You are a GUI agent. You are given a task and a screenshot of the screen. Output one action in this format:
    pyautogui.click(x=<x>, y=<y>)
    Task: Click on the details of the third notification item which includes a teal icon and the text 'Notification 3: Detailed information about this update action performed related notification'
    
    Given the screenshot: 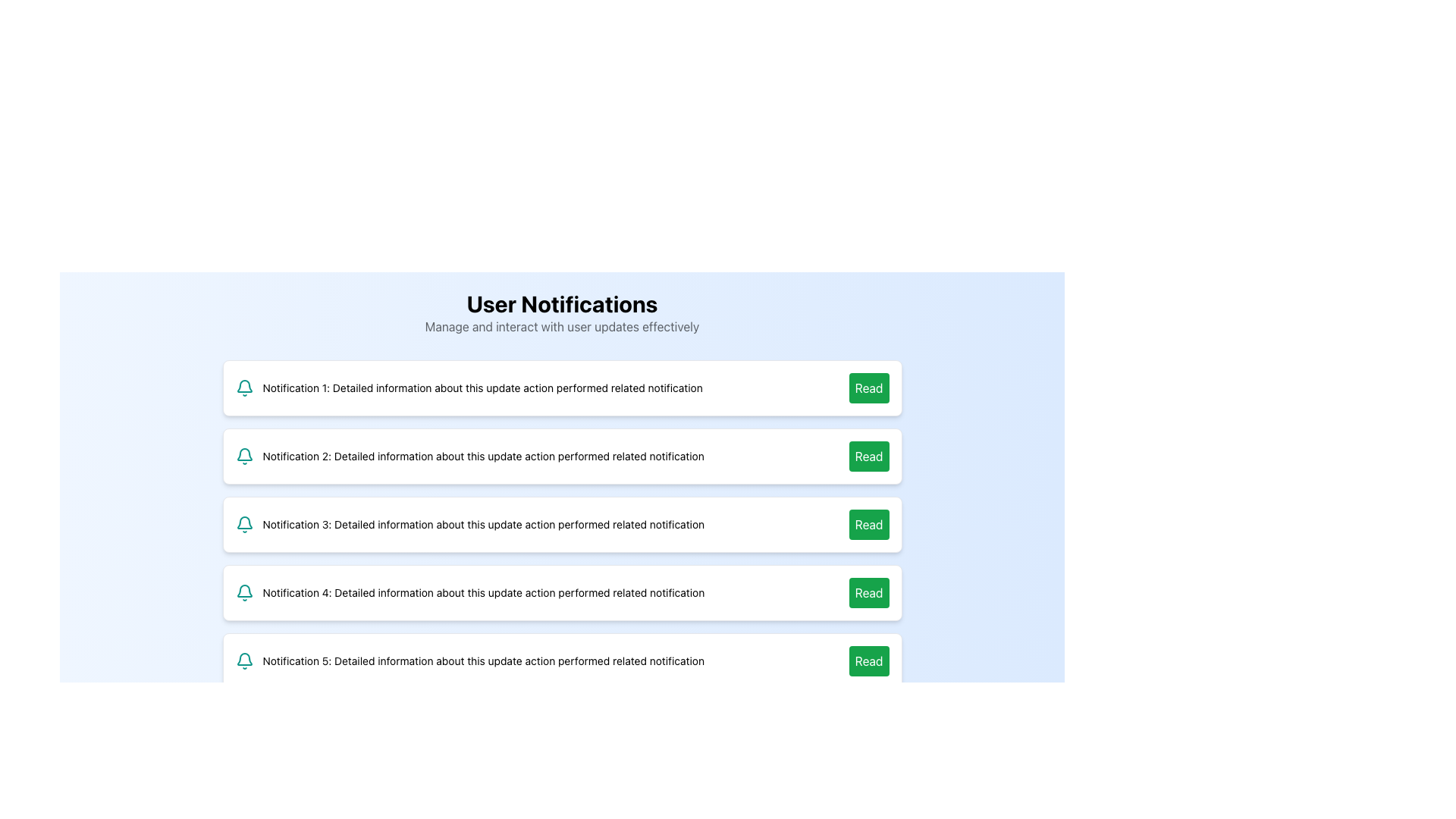 What is the action you would take?
    pyautogui.click(x=469, y=523)
    